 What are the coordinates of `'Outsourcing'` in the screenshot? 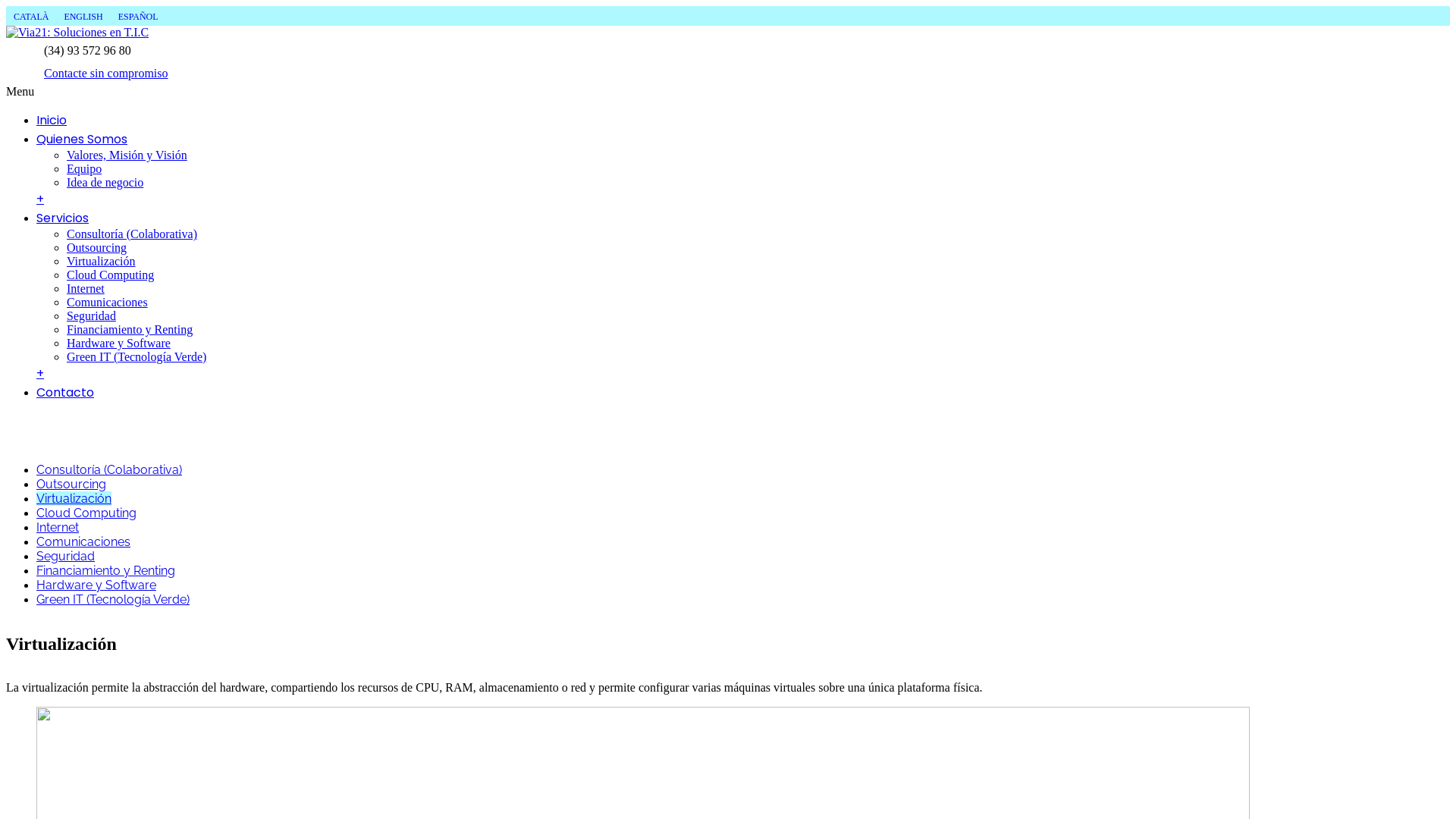 It's located at (71, 484).